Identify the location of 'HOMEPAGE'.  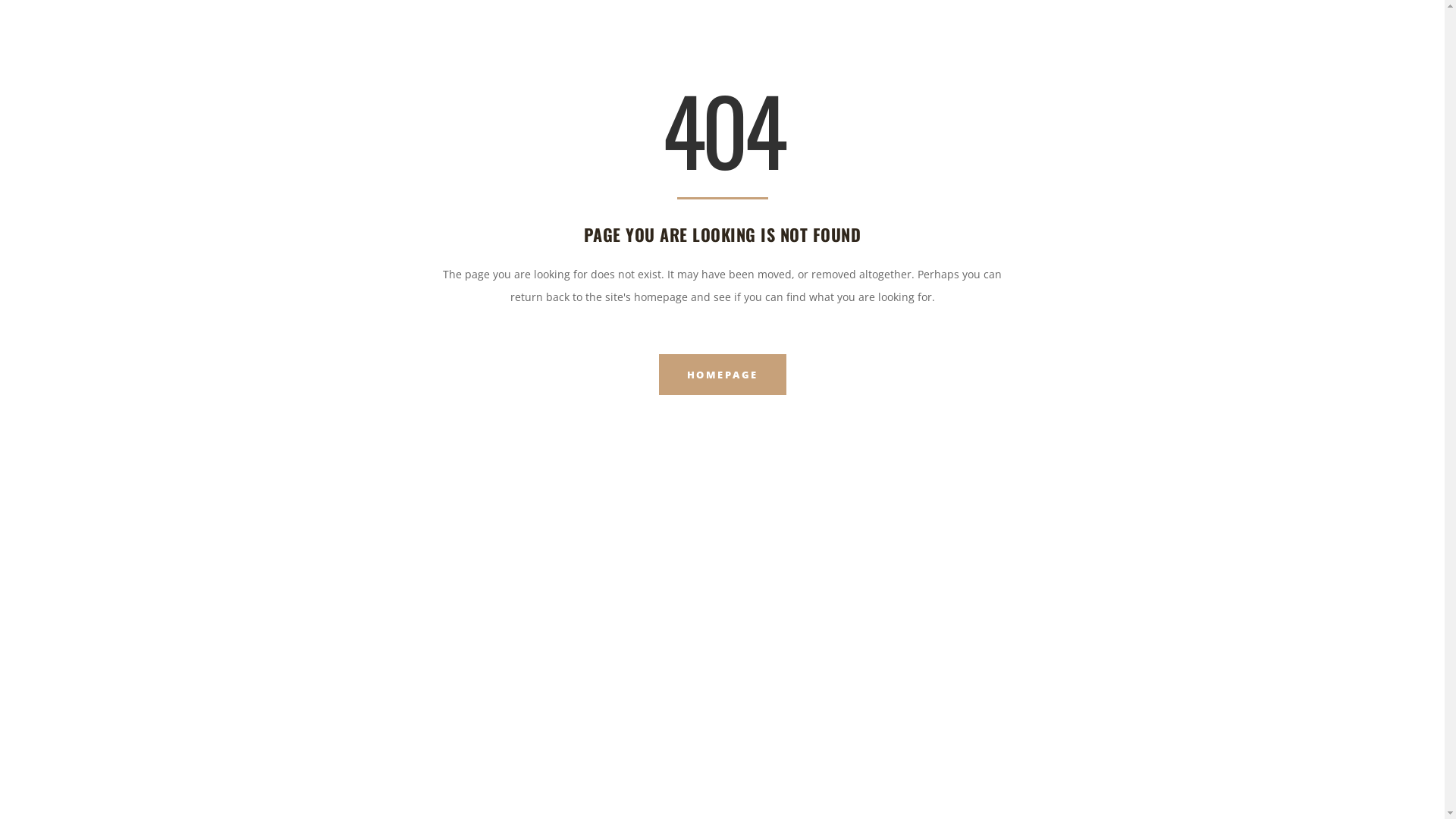
(720, 374).